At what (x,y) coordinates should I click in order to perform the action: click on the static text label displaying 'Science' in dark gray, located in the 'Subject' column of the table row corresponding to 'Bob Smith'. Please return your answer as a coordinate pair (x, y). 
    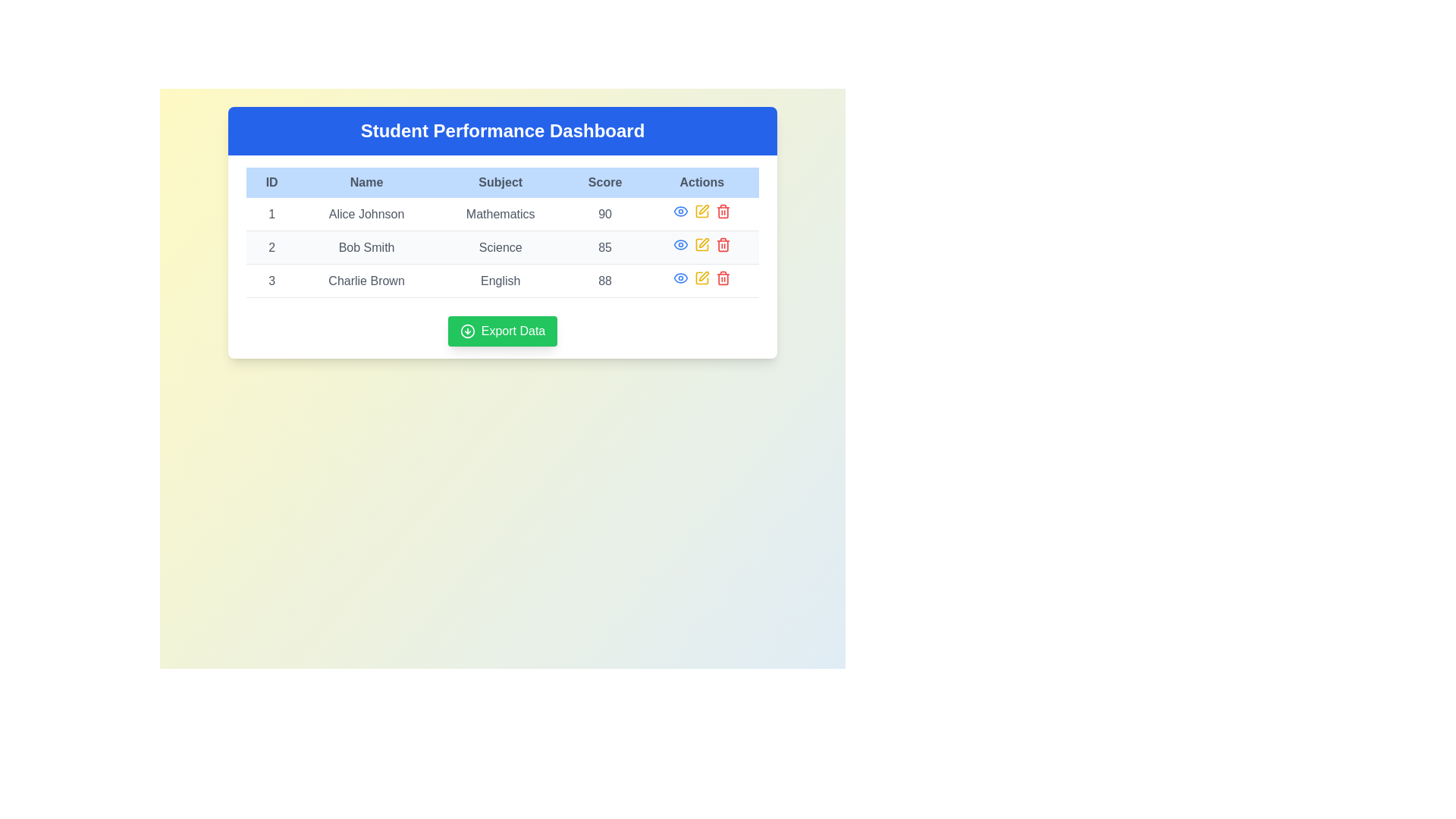
    Looking at the image, I should click on (500, 246).